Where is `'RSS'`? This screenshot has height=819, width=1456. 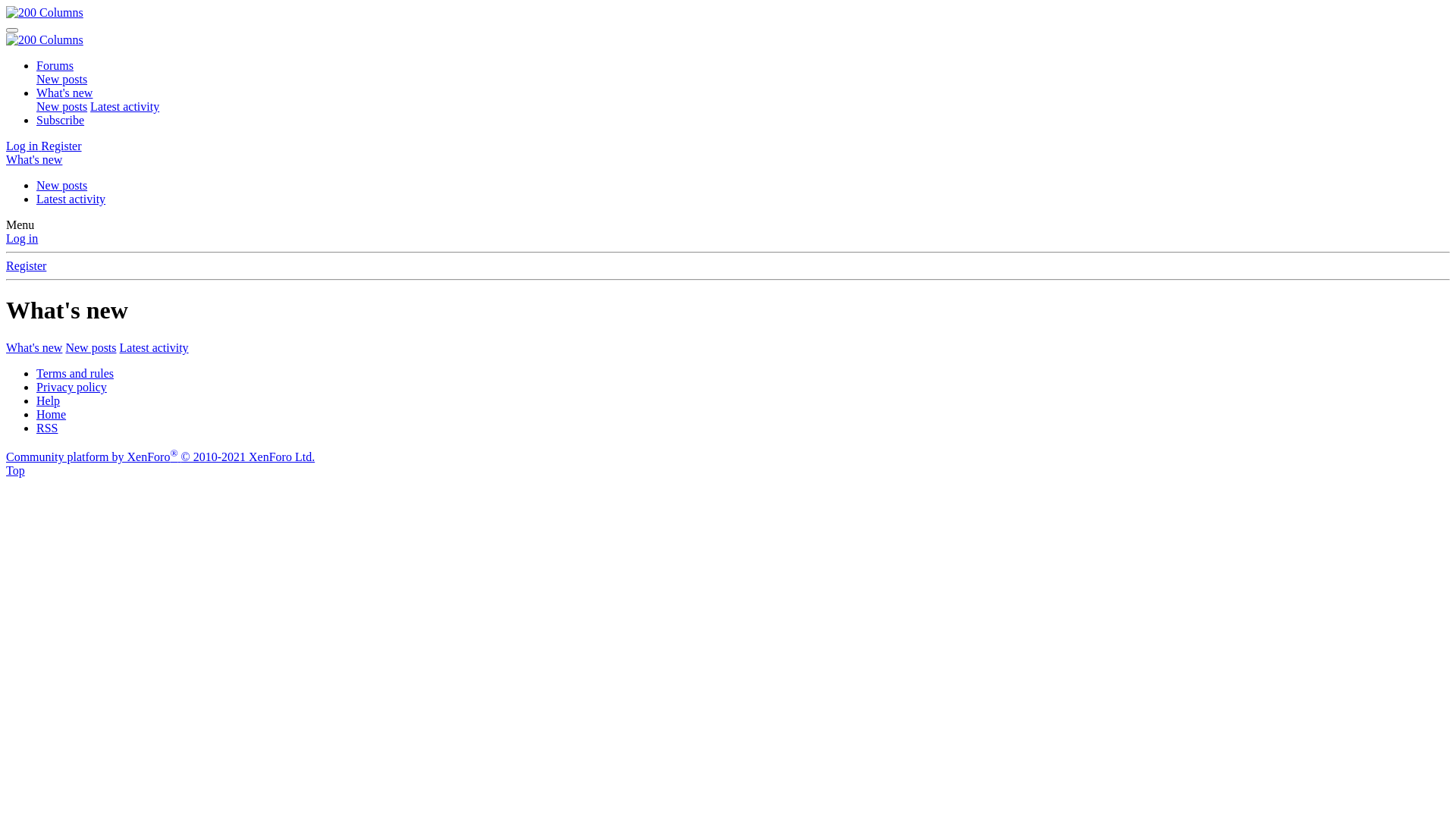
'RSS' is located at coordinates (47, 428).